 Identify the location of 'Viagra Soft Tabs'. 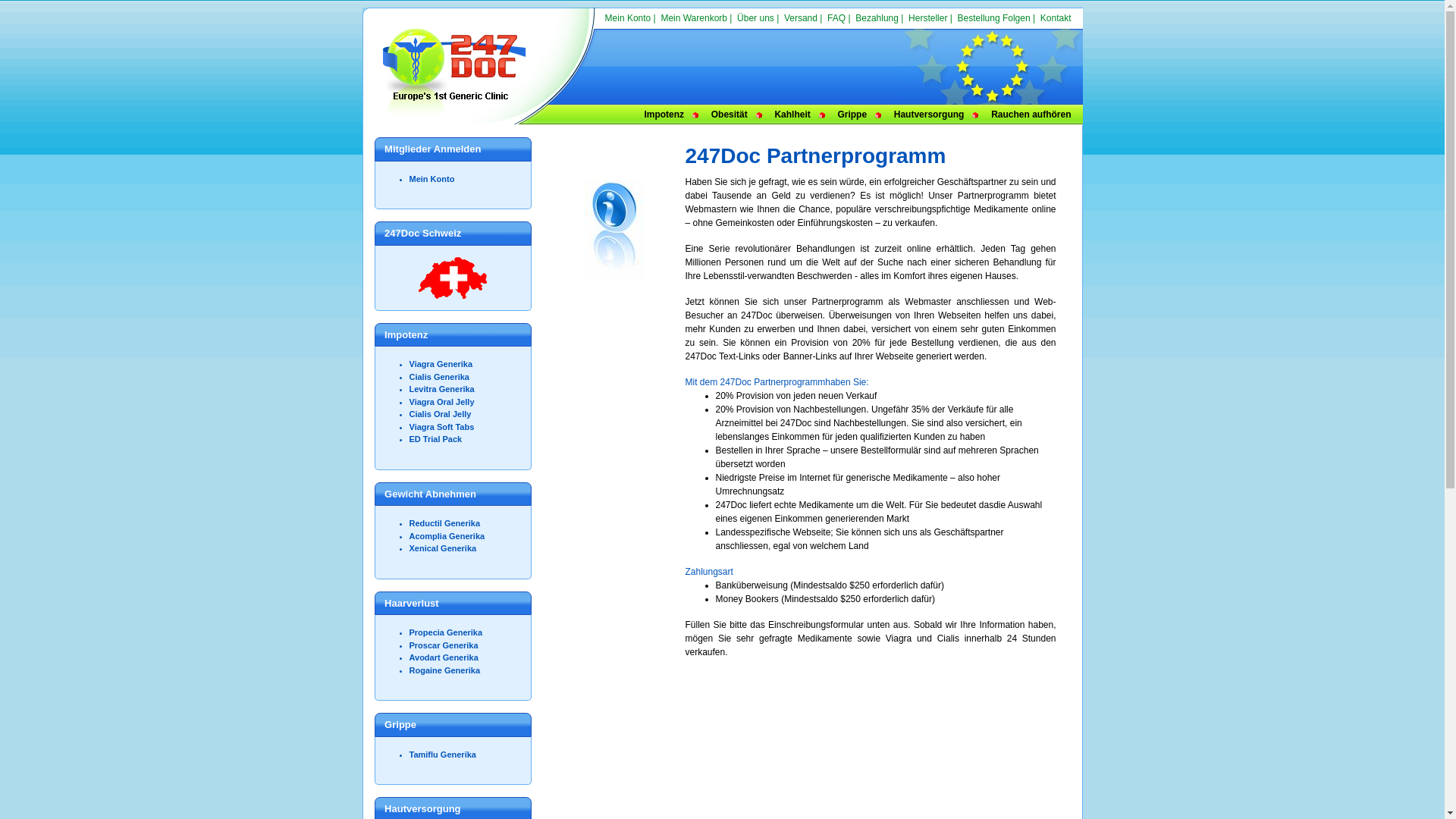
(441, 426).